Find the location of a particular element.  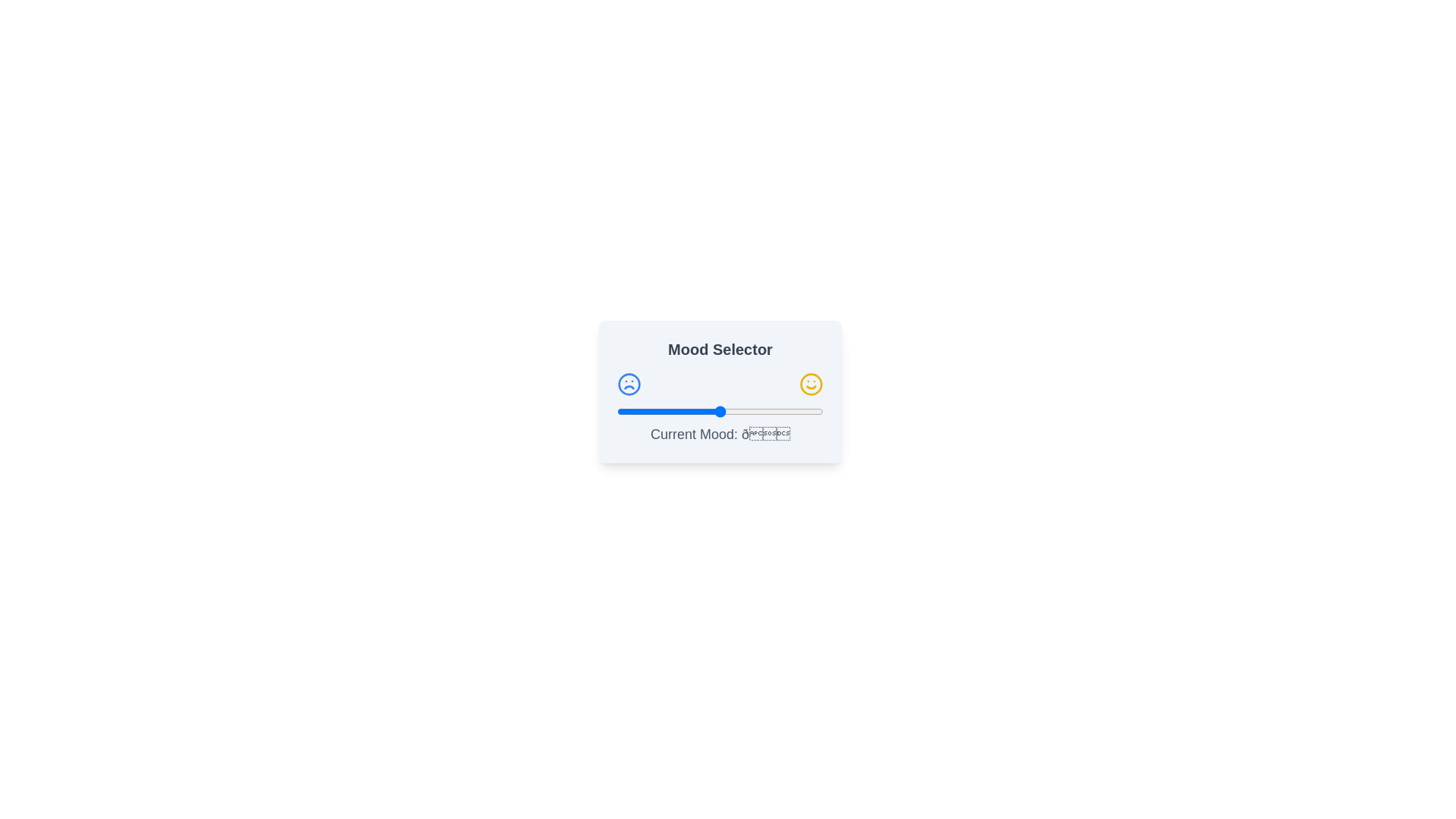

the slider to set the mood value to 4 is located at coordinates (625, 412).